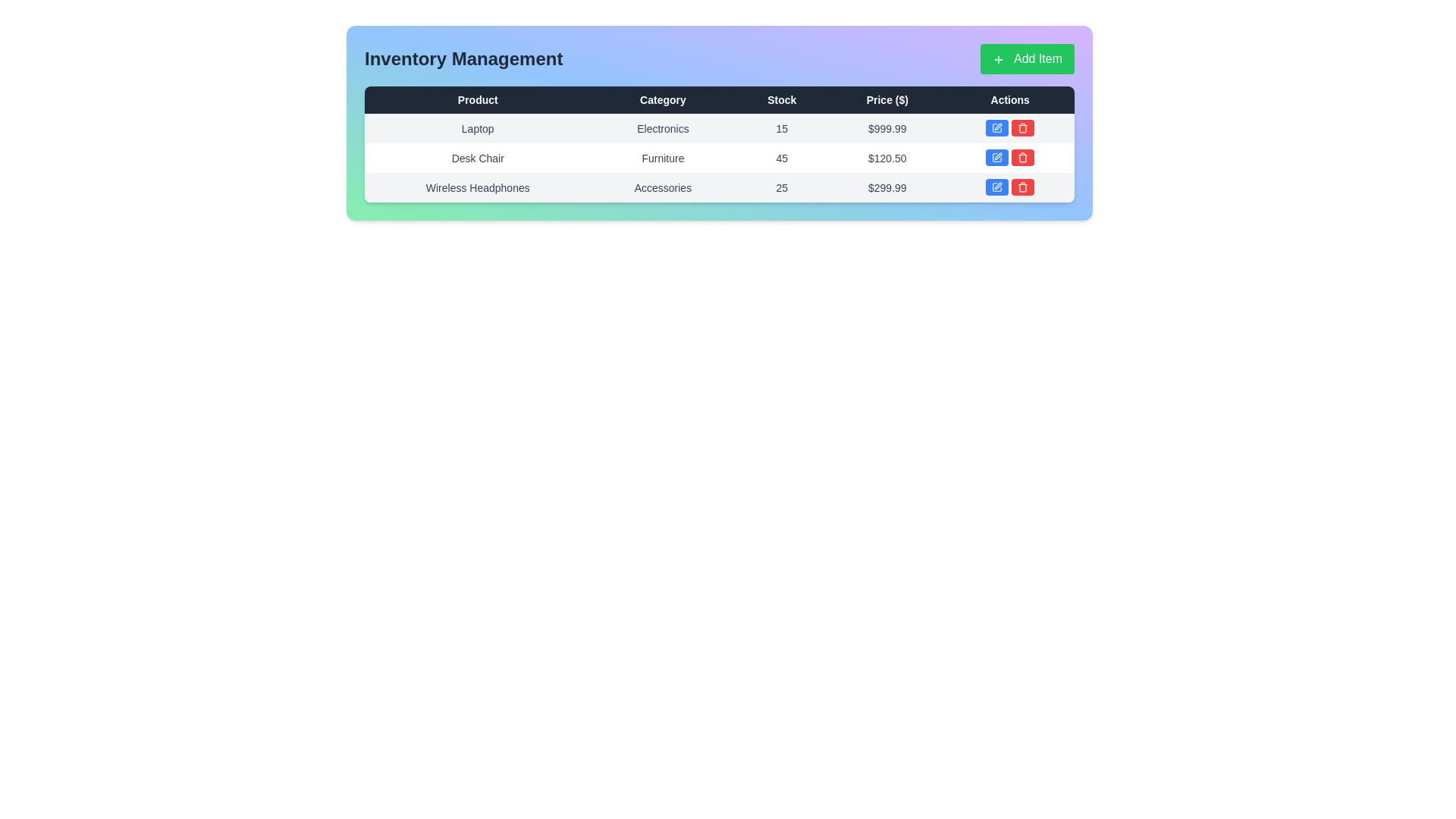 The width and height of the screenshot is (1456, 819). I want to click on the delete button with a red background and white text located in the rightmost column under the 'Actions' header in the second row of the data table to initiate the delete operation, so click(1023, 127).